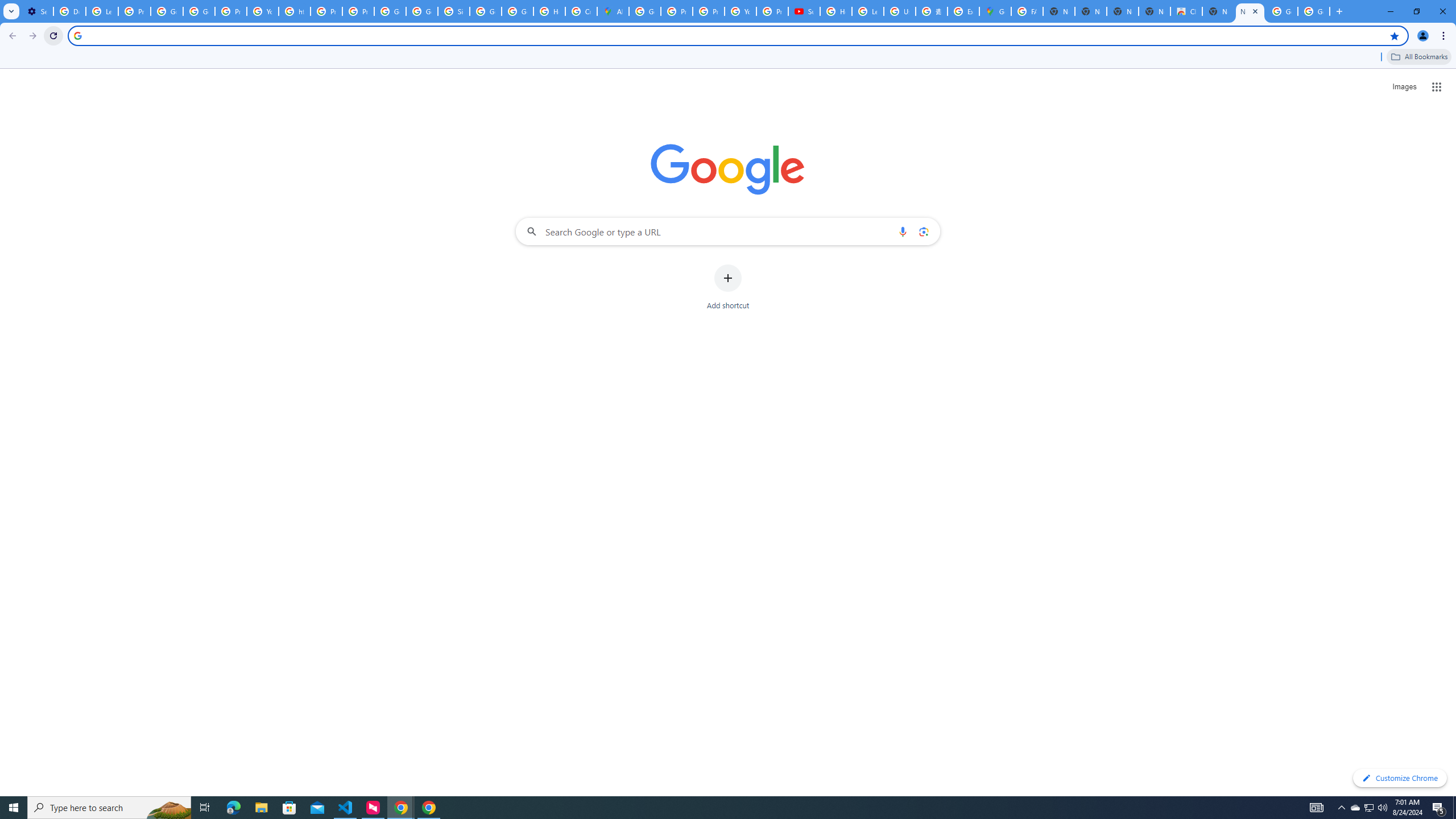  Describe the element at coordinates (167, 11) in the screenshot. I see `'Google Account Help'` at that location.